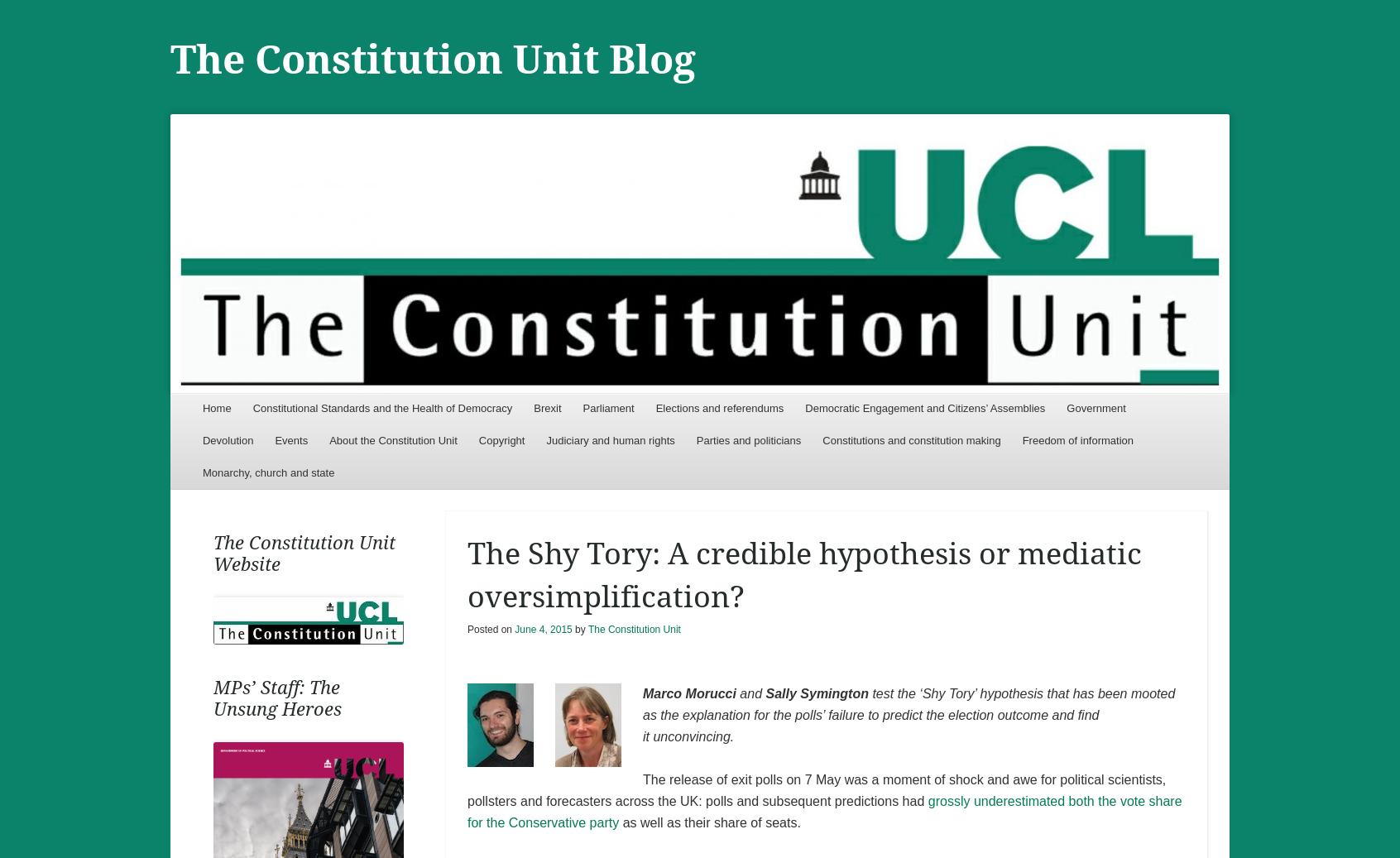 Image resolution: width=1400 pixels, height=858 pixels. Describe the element at coordinates (908, 714) in the screenshot. I see `'test the ‘Shy Tory’ hypothesis that has been mooted as the explanation for the polls’ failure to predict the election outcome and find it unconvincing.'` at that location.